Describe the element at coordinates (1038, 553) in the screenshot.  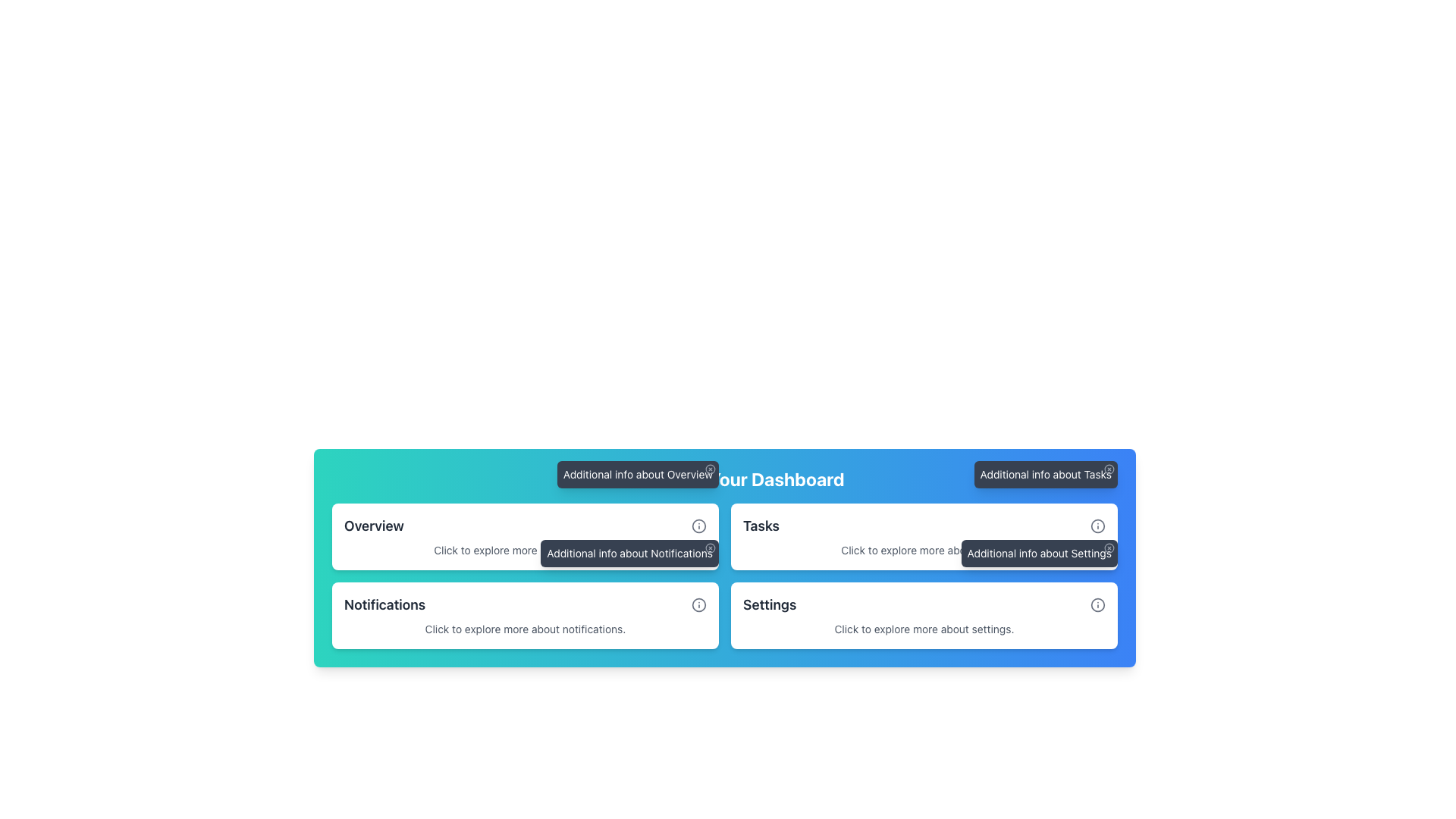
I see `the 'X' icon` at that location.